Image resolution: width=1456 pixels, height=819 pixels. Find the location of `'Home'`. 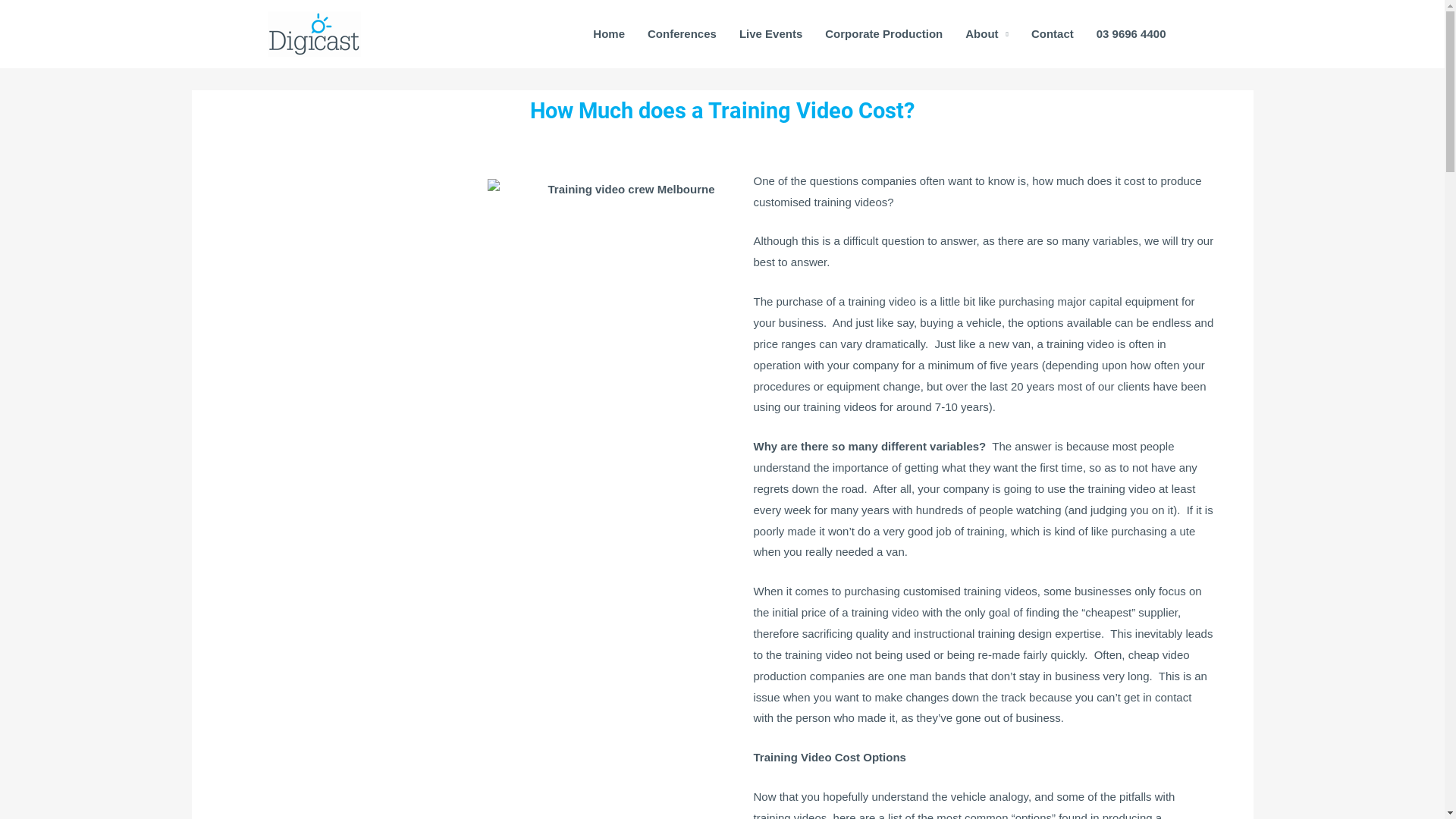

'Home' is located at coordinates (608, 34).